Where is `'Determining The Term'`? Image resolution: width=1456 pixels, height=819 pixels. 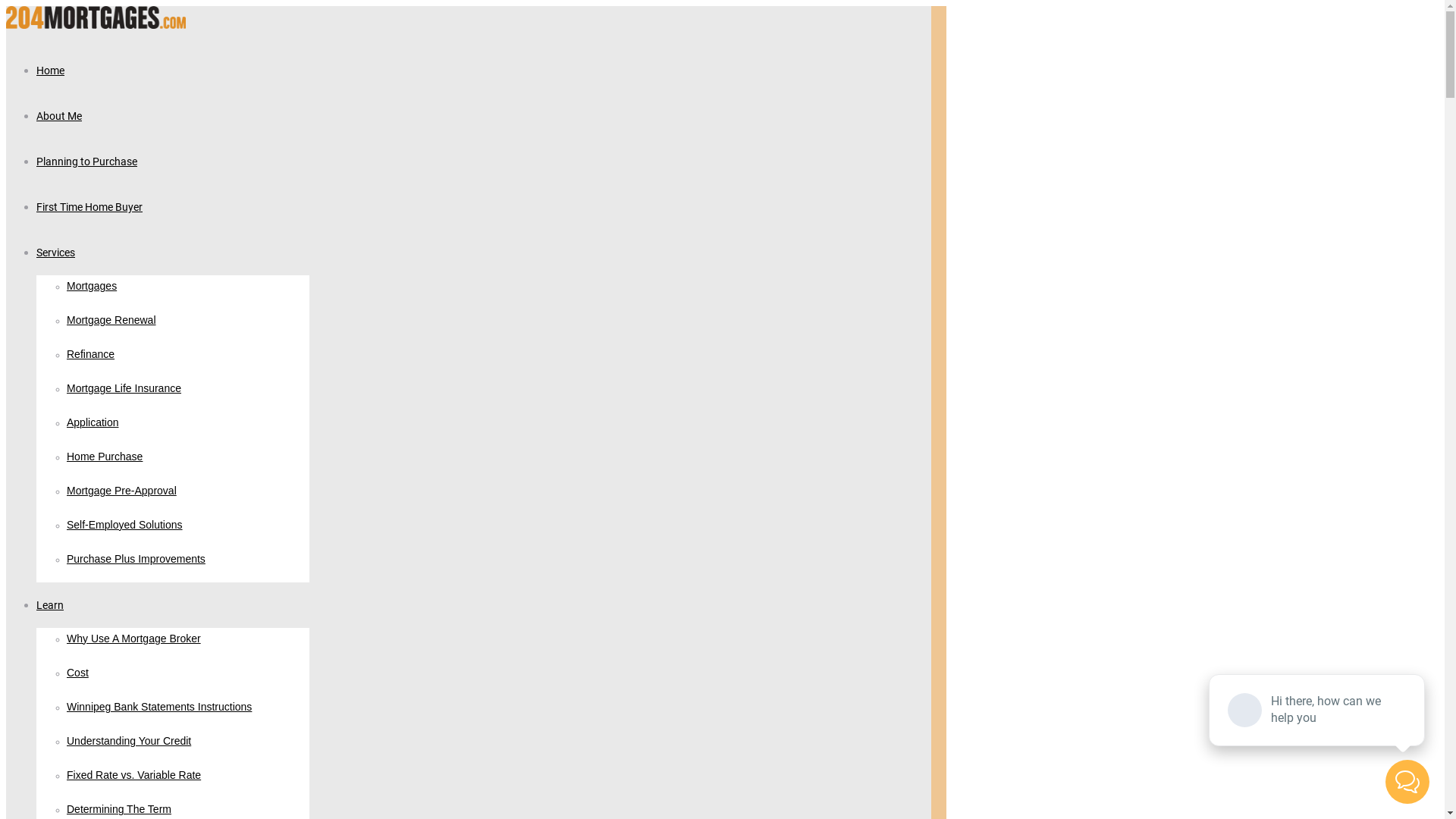
'Determining The Term' is located at coordinates (118, 809).